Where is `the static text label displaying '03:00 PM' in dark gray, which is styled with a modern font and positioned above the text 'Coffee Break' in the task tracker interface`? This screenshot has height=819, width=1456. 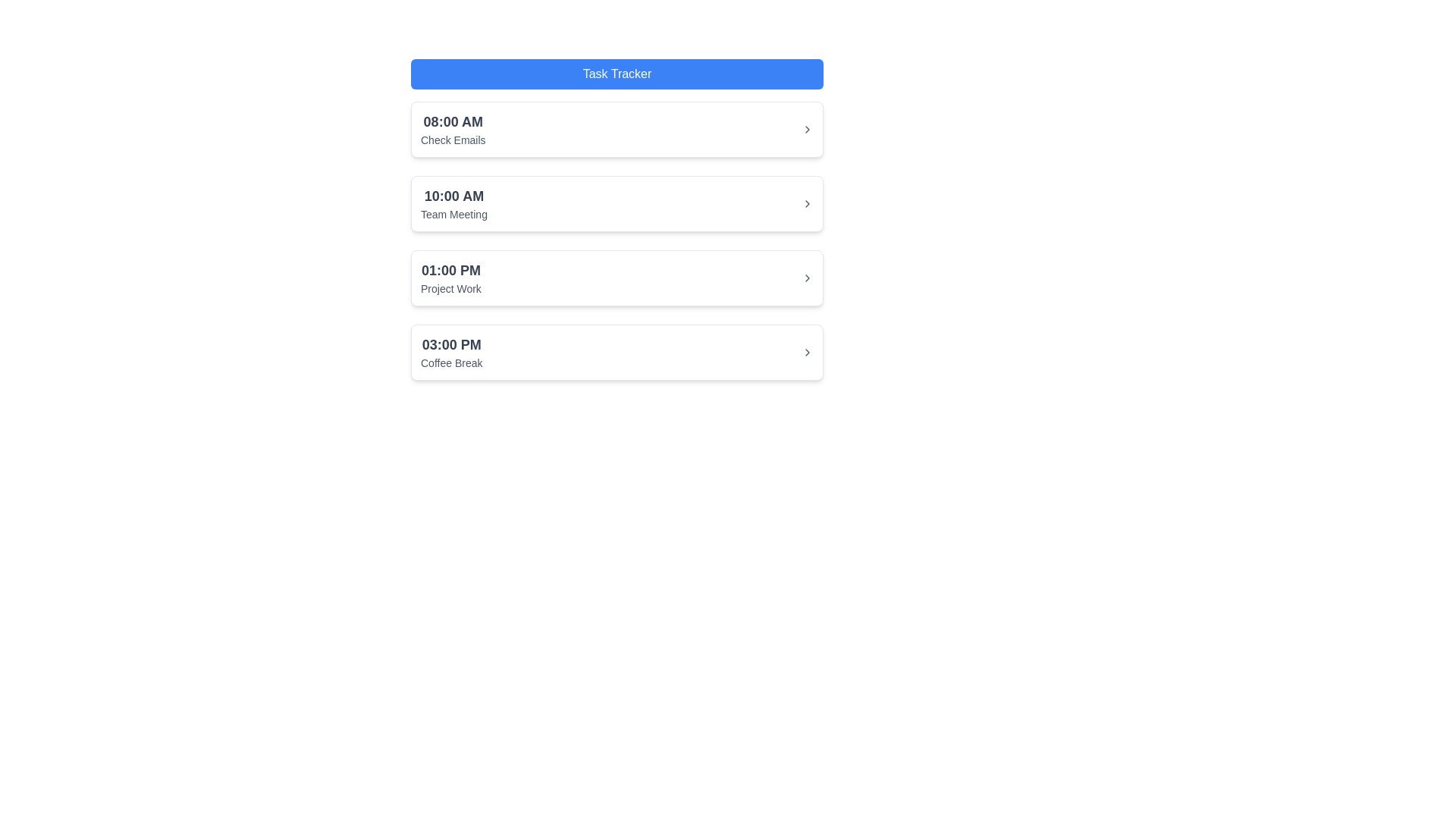
the static text label displaying '03:00 PM' in dark gray, which is styled with a modern font and positioned above the text 'Coffee Break' in the task tracker interface is located at coordinates (450, 345).